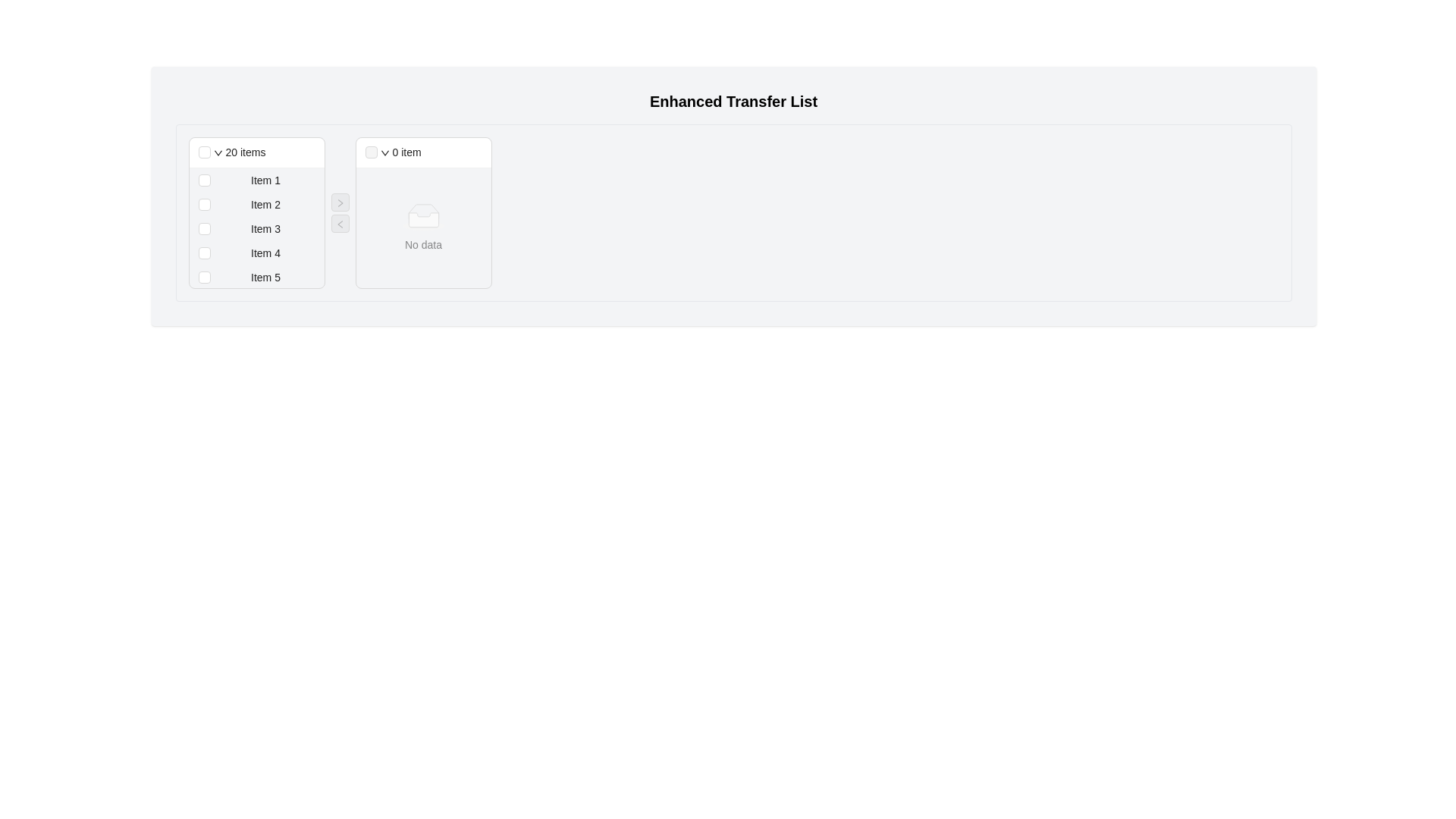 This screenshot has width=1456, height=819. I want to click on the text 'Item 1' in the Checkbox list item located in the left-hand panel of the two-panel list interface, so click(256, 180).